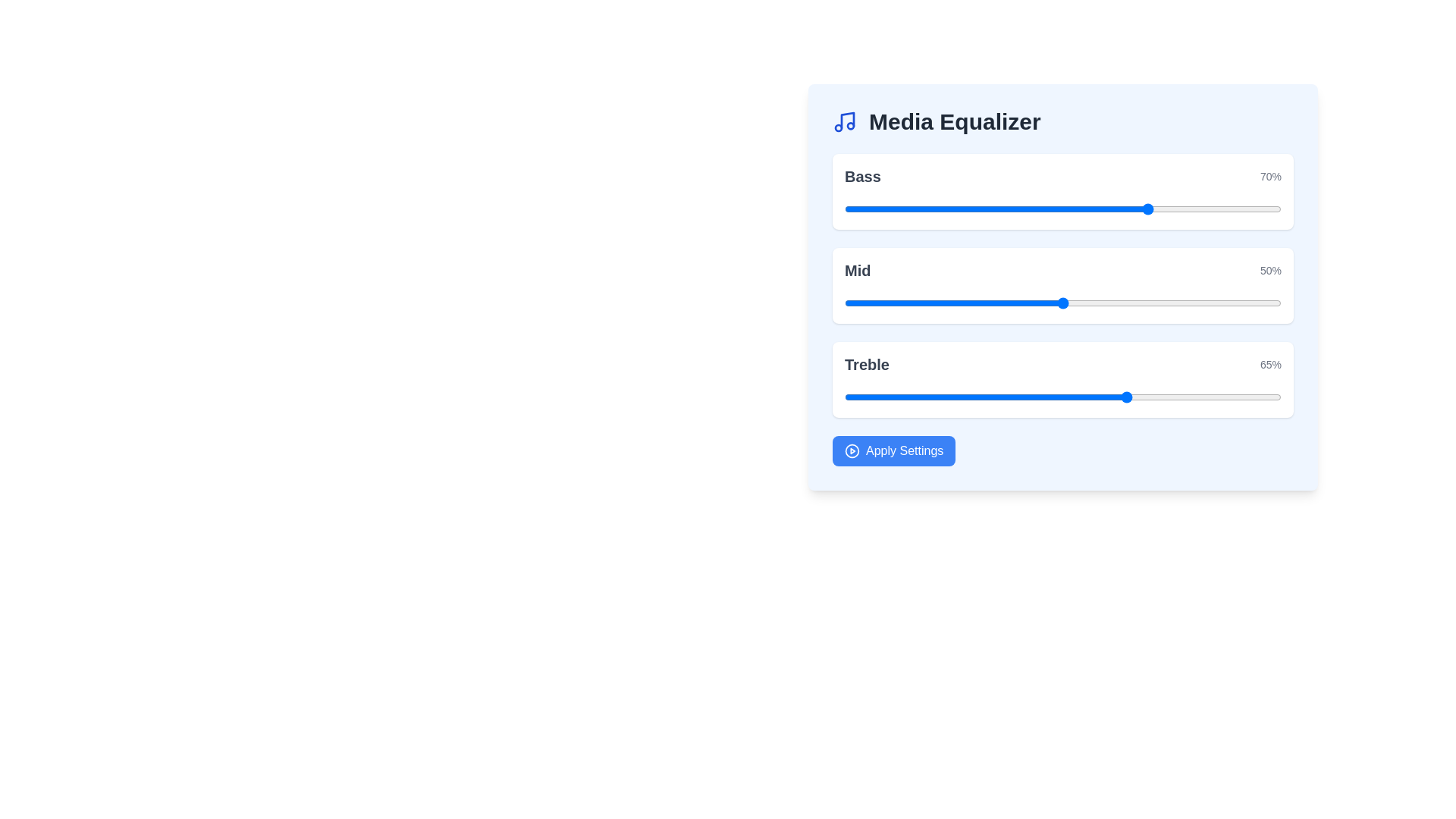 The height and width of the screenshot is (819, 1456). What do you see at coordinates (1015, 206) in the screenshot?
I see `the bass level` at bounding box center [1015, 206].